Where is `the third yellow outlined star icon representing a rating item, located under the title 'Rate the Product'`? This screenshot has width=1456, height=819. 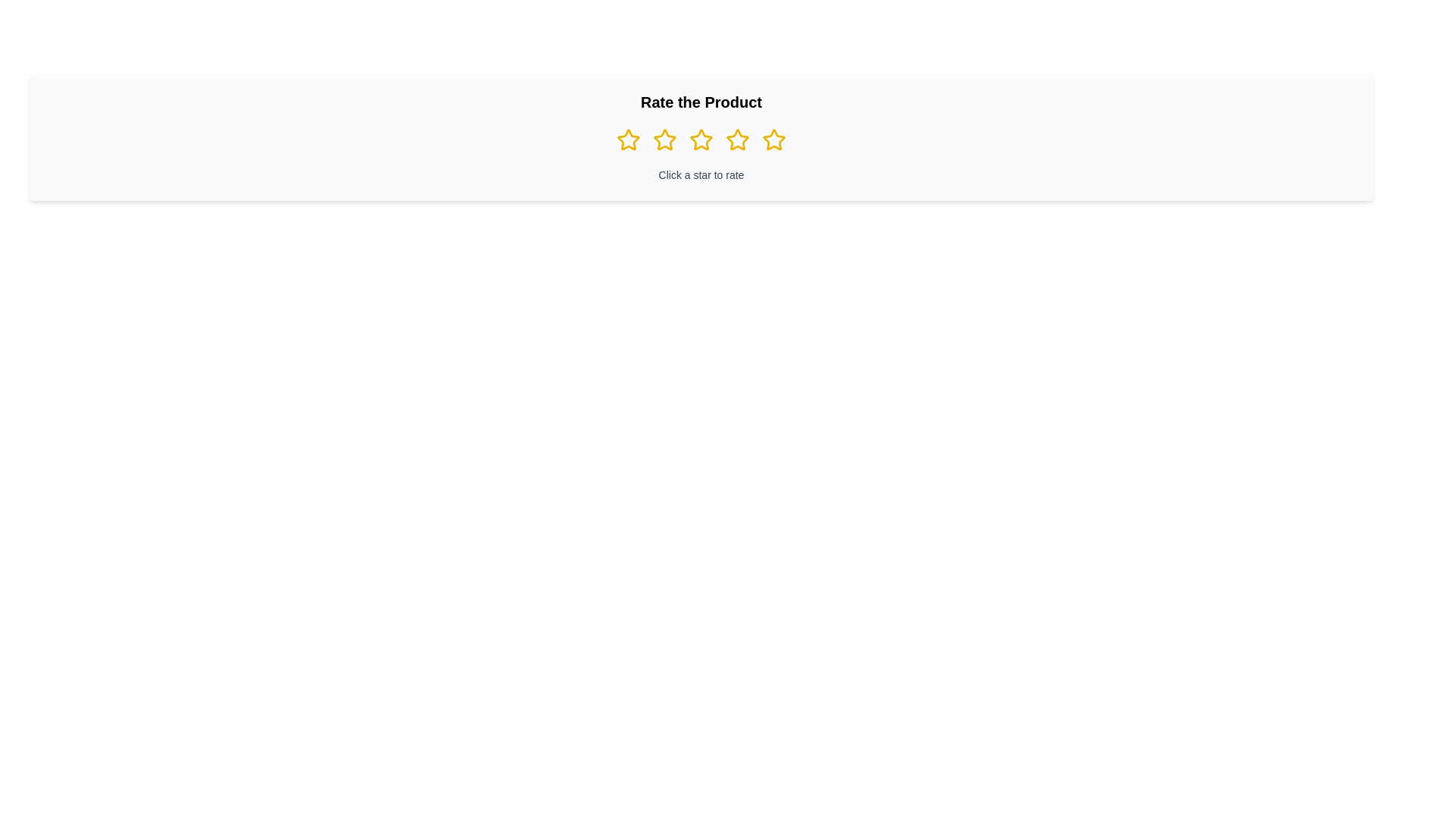 the third yellow outlined star icon representing a rating item, located under the title 'Rate the Product' is located at coordinates (736, 140).